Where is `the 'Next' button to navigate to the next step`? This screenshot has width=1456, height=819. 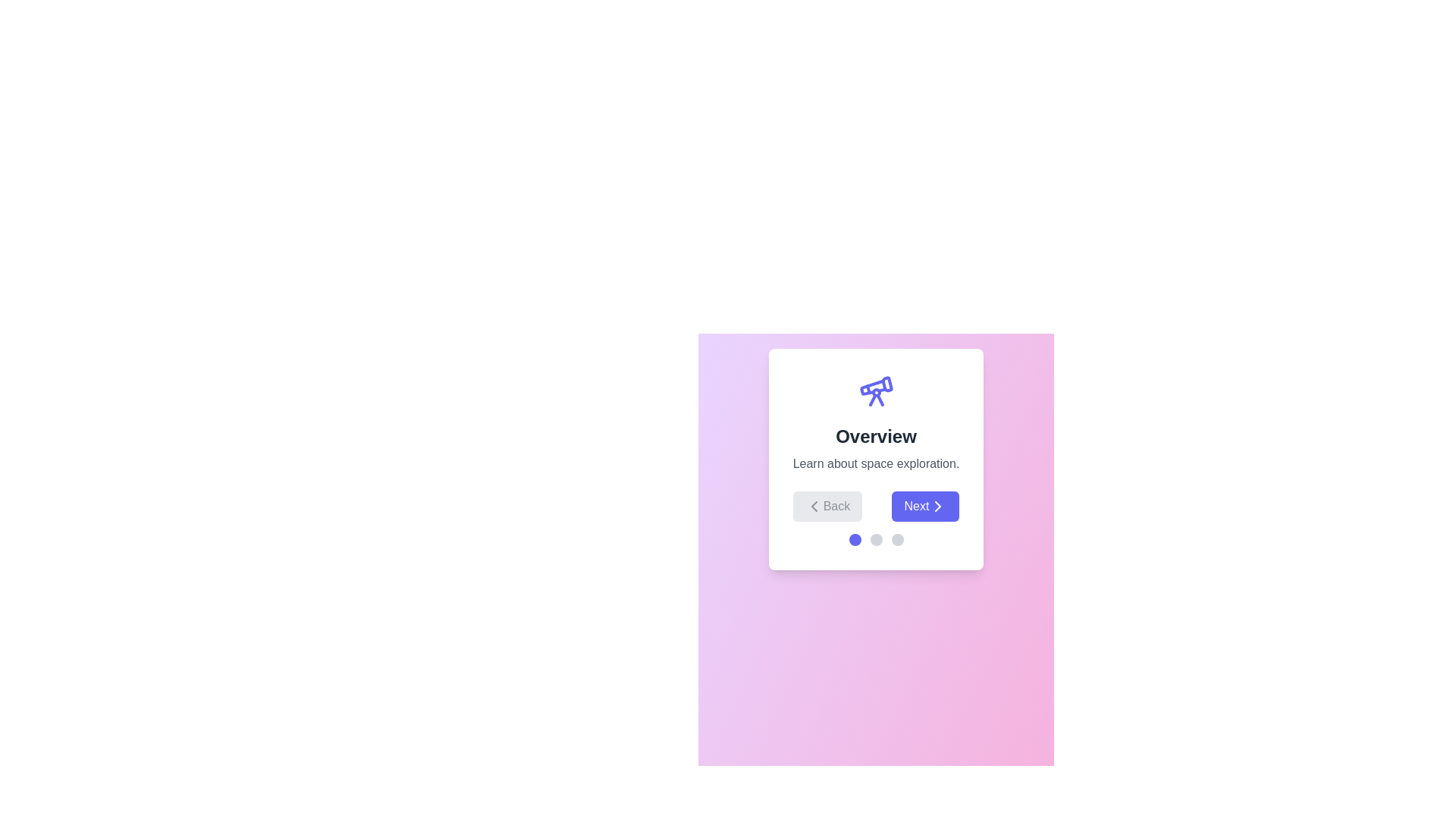
the 'Next' button to navigate to the next step is located at coordinates (924, 506).